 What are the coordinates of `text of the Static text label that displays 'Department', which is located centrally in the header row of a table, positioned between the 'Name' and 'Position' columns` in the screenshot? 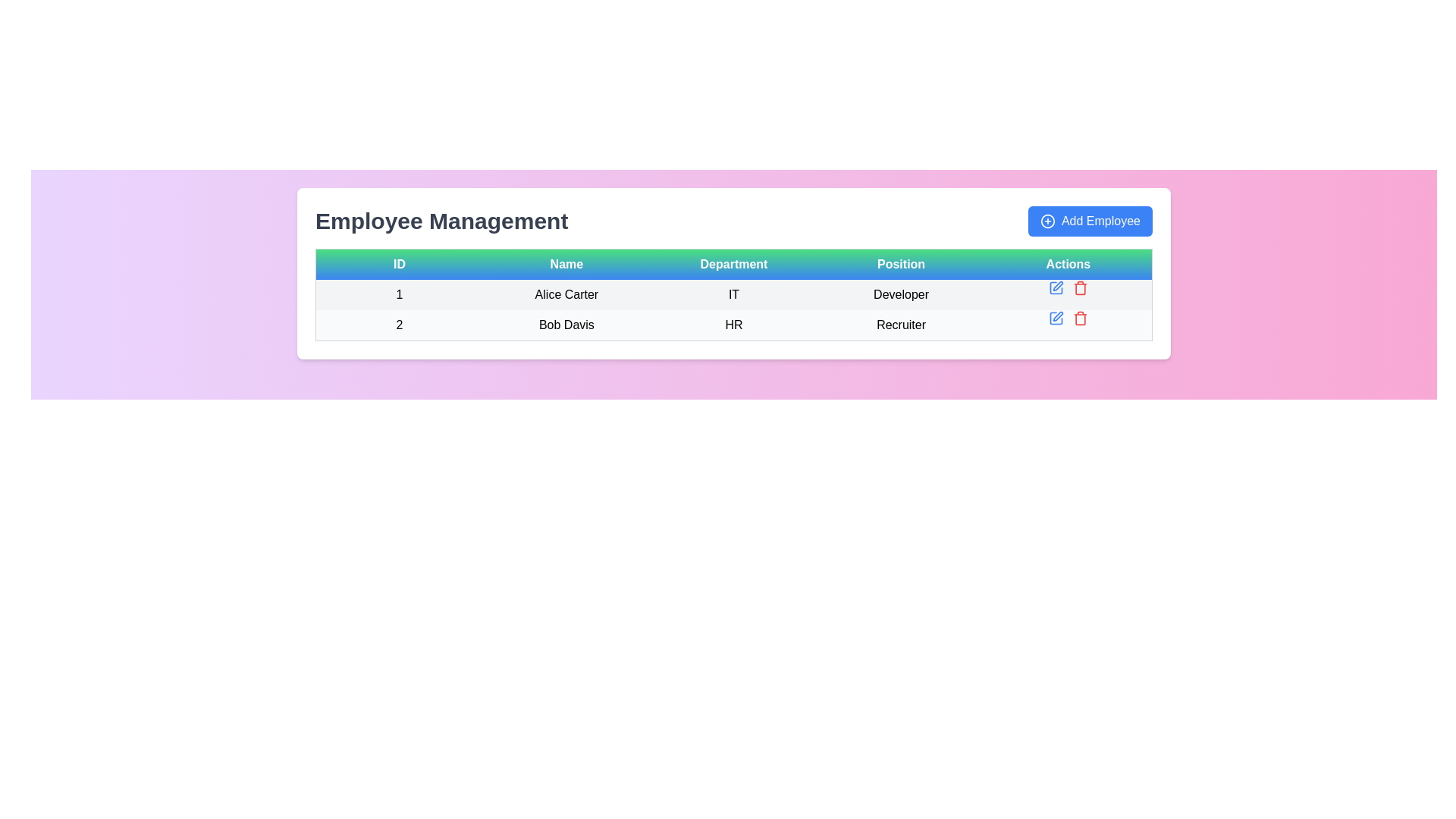 It's located at (734, 263).